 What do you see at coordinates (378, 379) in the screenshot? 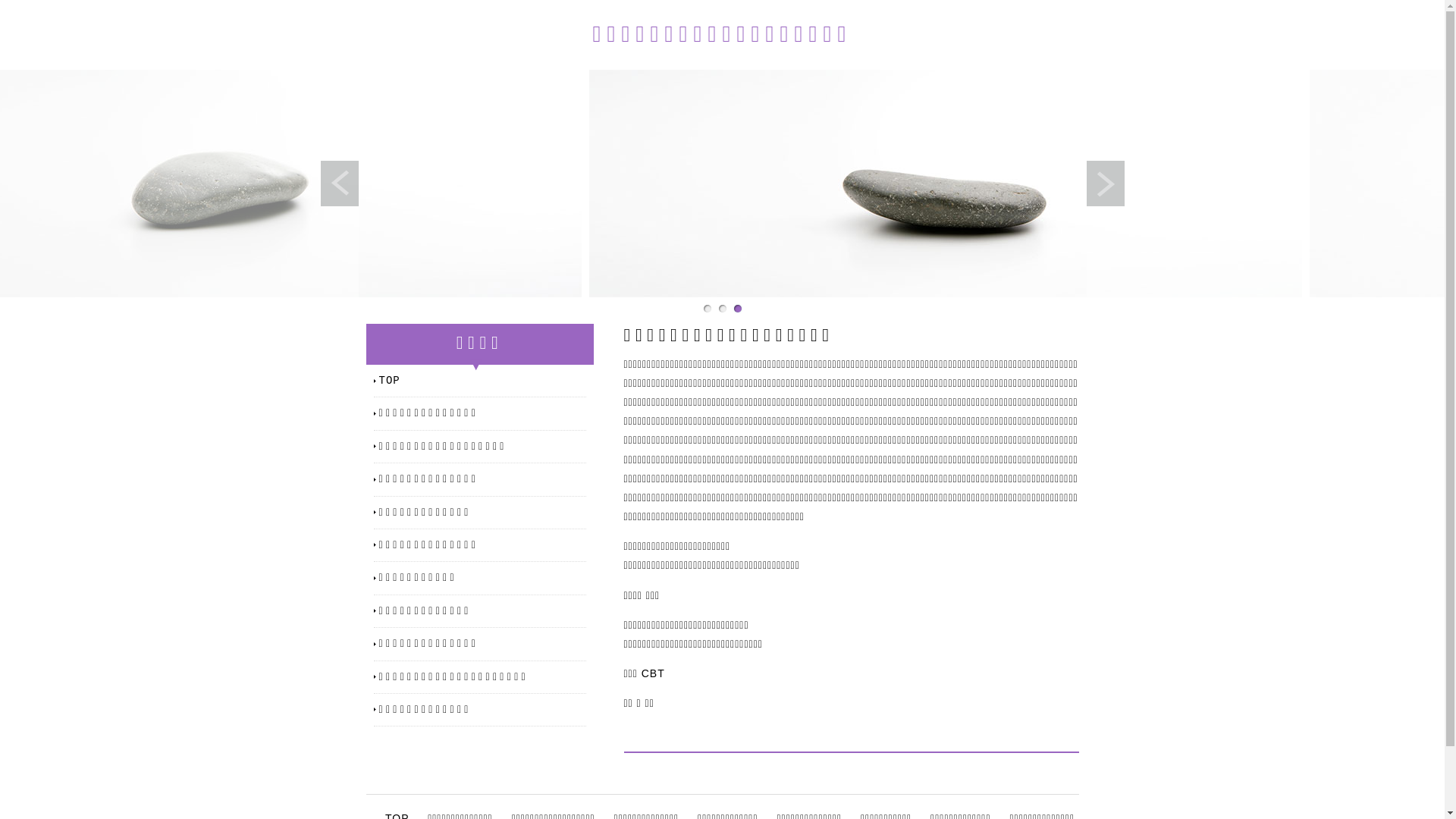
I see `'TOP'` at bounding box center [378, 379].